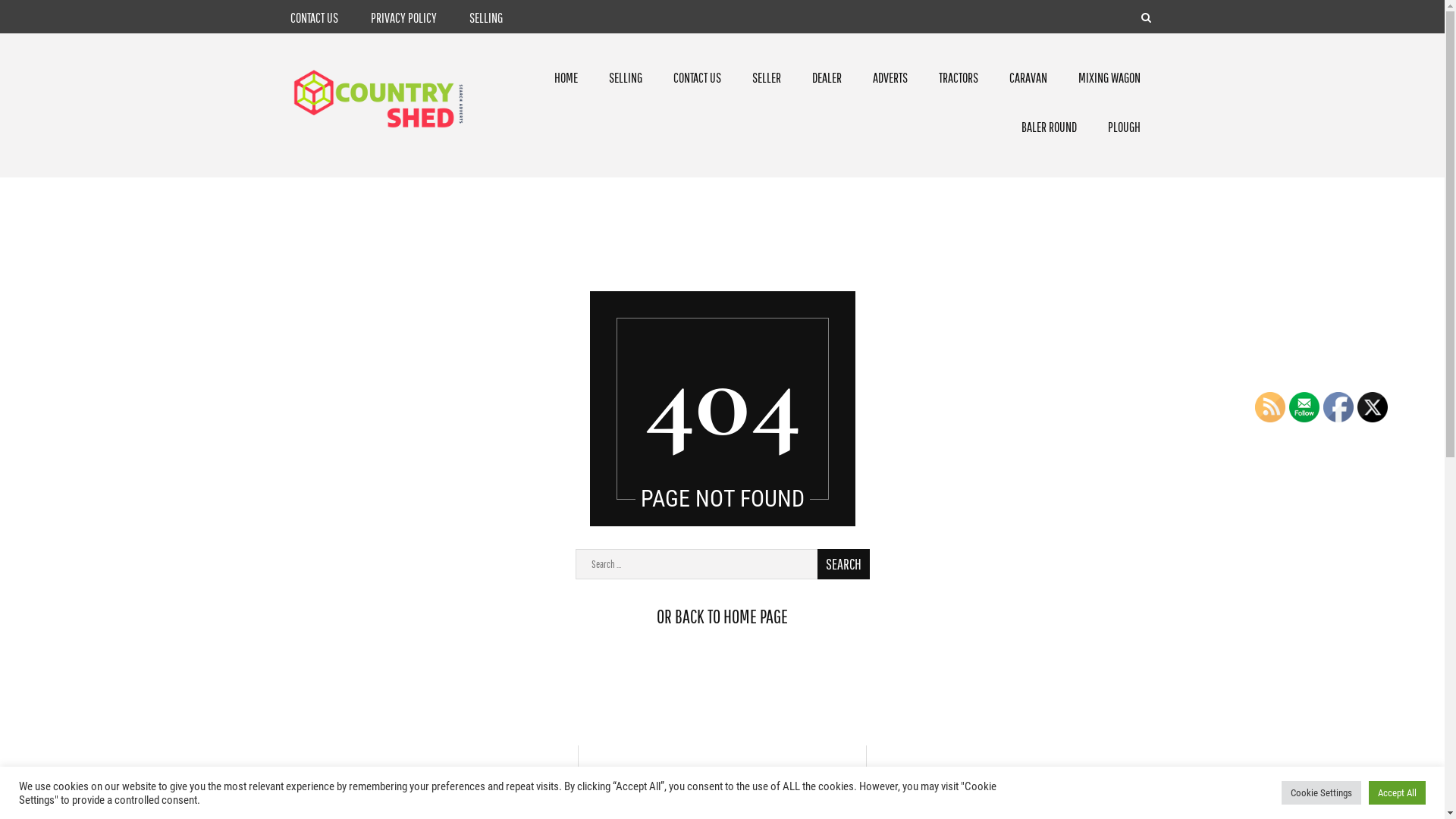 This screenshot has height=819, width=1456. What do you see at coordinates (1303, 406) in the screenshot?
I see `'Follow by Email'` at bounding box center [1303, 406].